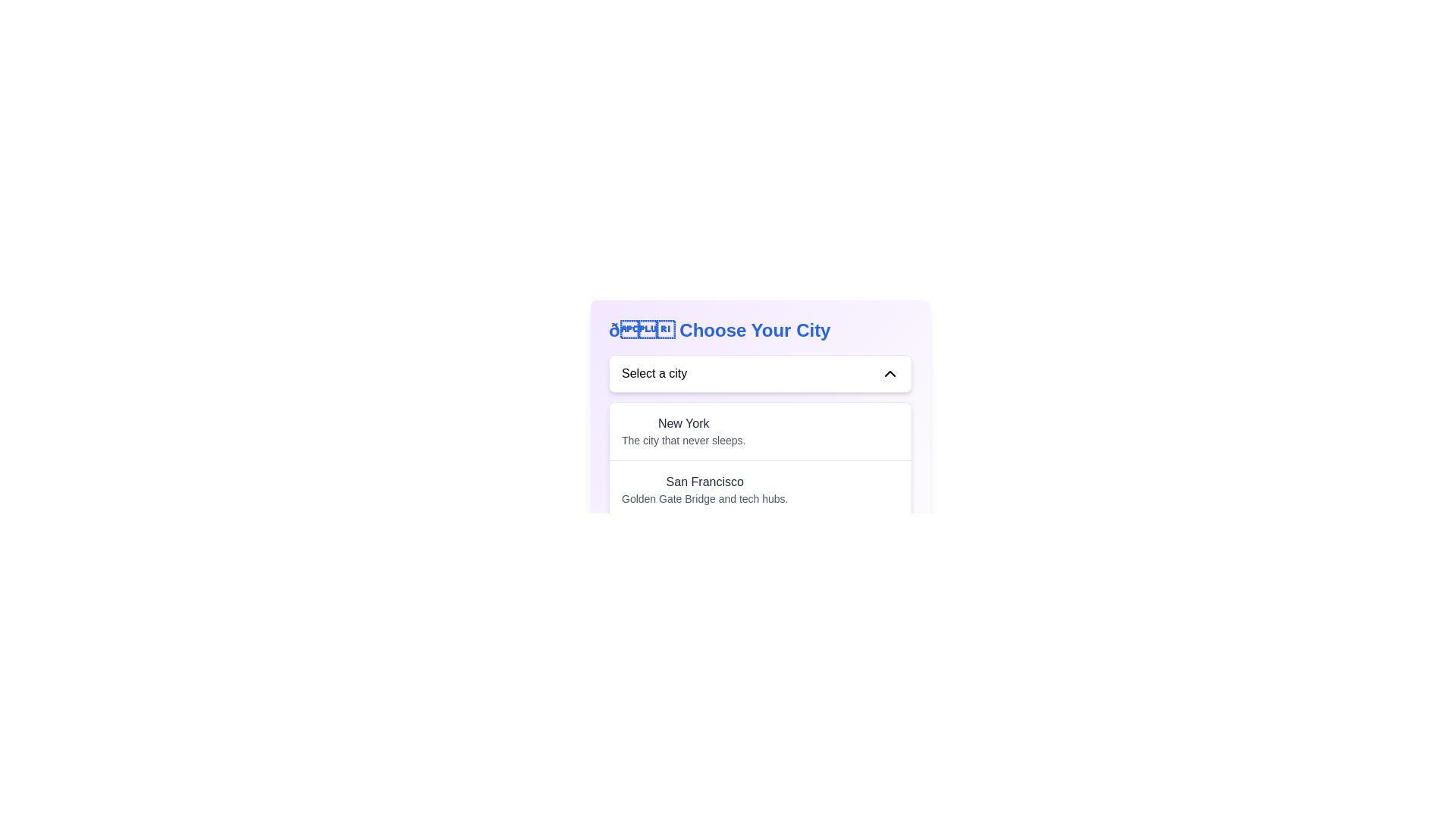 The image size is (1456, 819). Describe the element at coordinates (761, 431) in the screenshot. I see `the first list item labeled 'New York'` at that location.